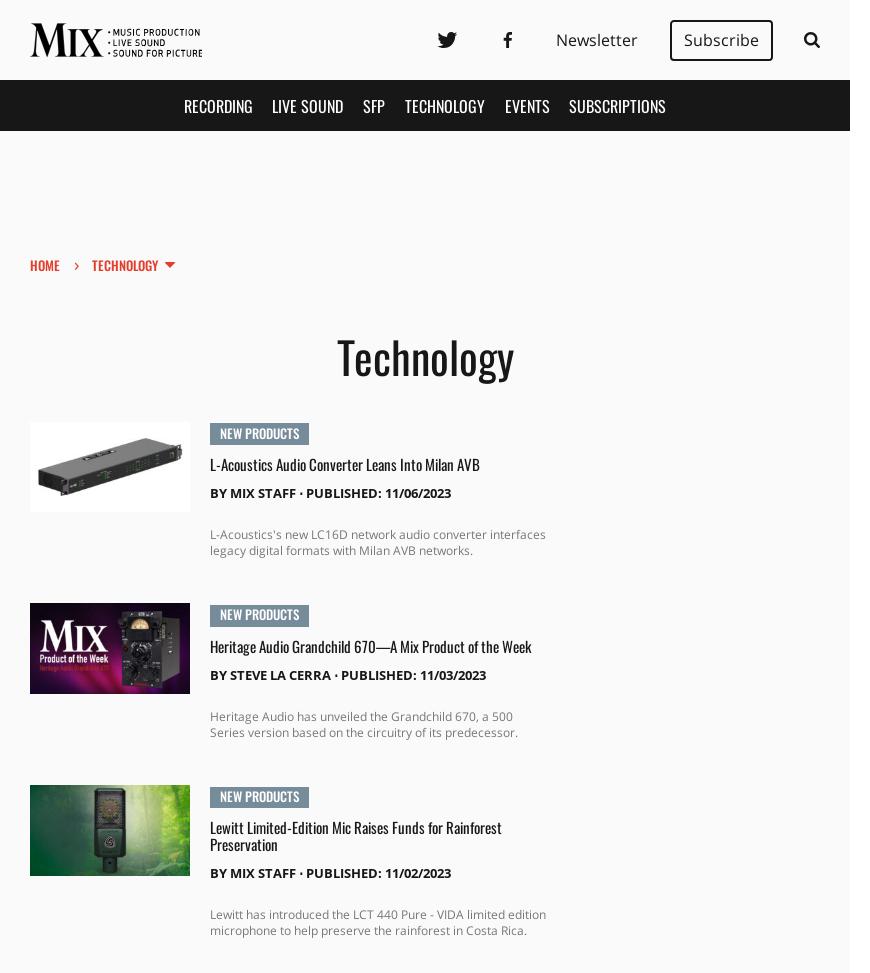 The height and width of the screenshot is (973, 870). I want to click on 'Live Sound', so click(307, 104).